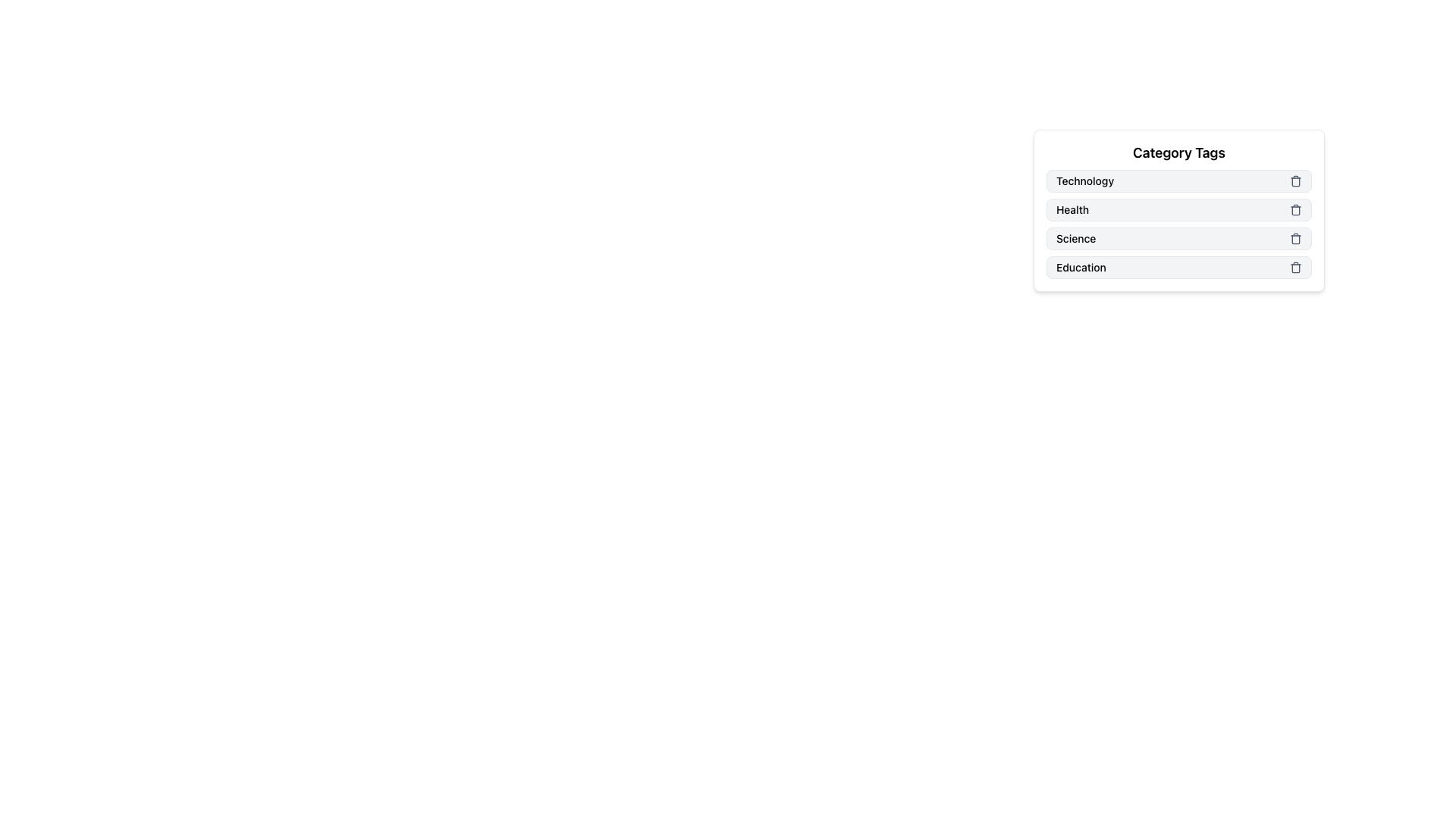 This screenshot has width=1456, height=819. What do you see at coordinates (1178, 152) in the screenshot?
I see `the Static Text Header, which serves as the title for category tags like 'Technology,' 'Health,' 'Science,' and 'Education.'` at bounding box center [1178, 152].